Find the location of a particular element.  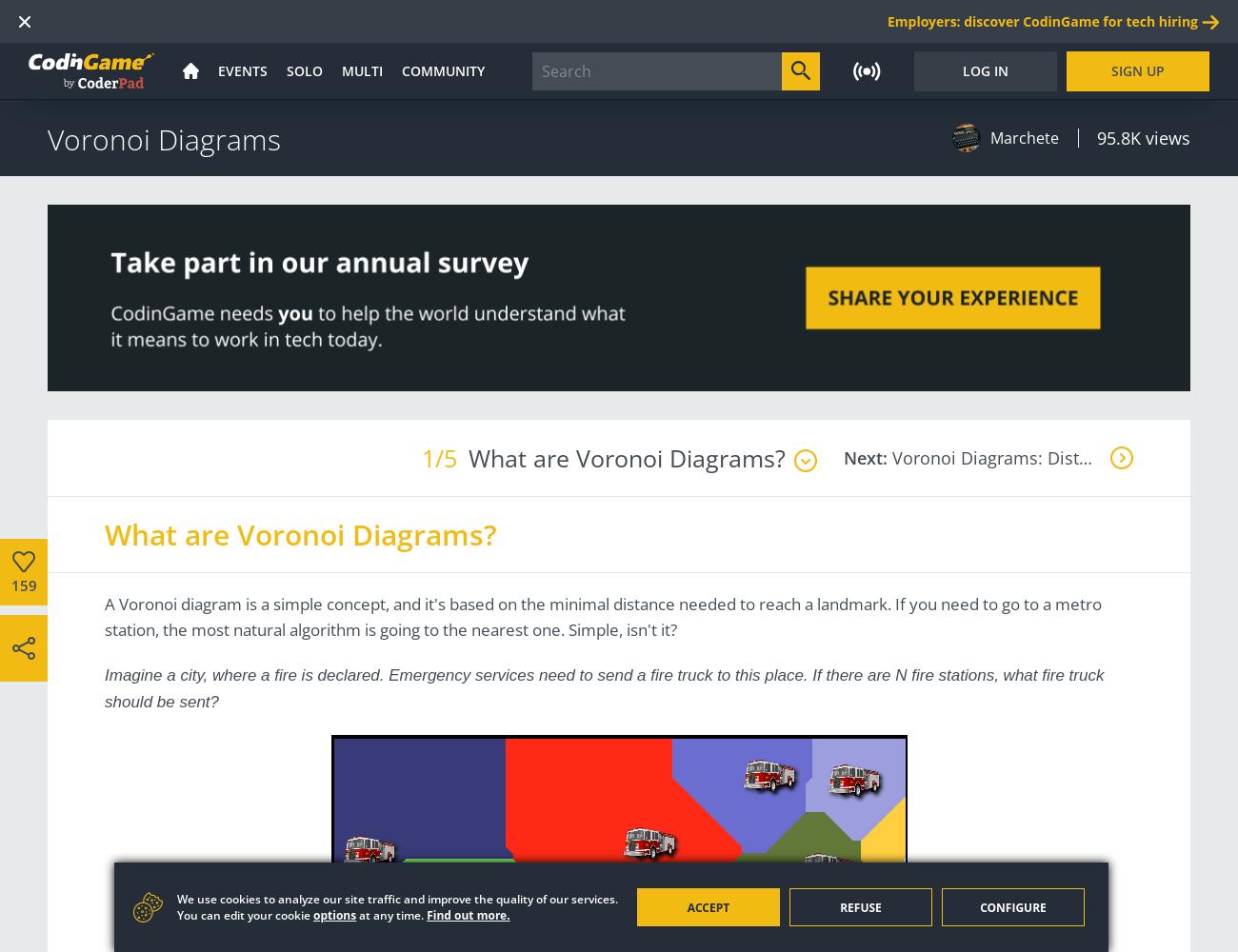

'Employers: discover CodinGame for tech hiring' is located at coordinates (1041, 21).